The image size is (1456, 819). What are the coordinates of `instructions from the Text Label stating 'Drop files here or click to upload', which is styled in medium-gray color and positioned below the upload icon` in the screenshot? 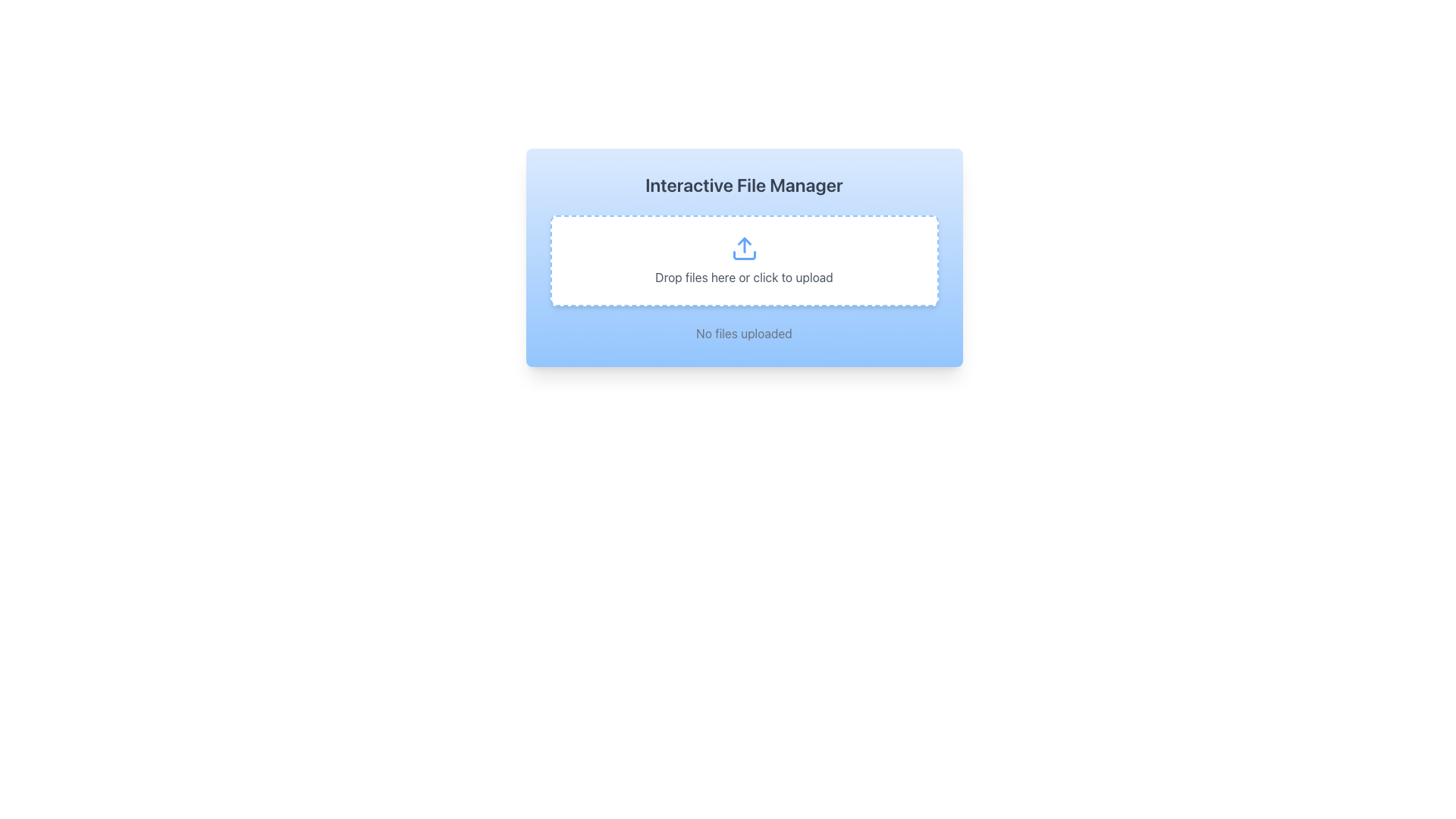 It's located at (744, 278).